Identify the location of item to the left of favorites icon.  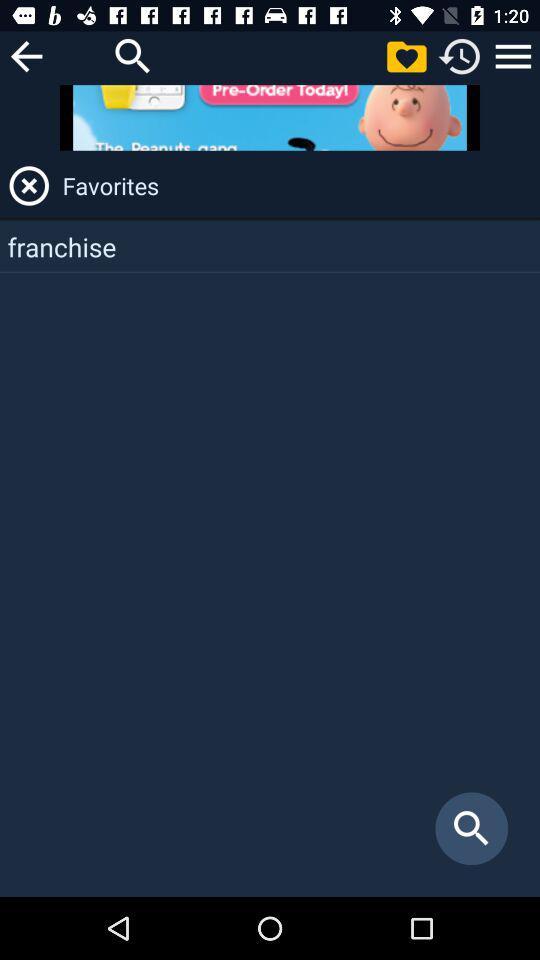
(28, 186).